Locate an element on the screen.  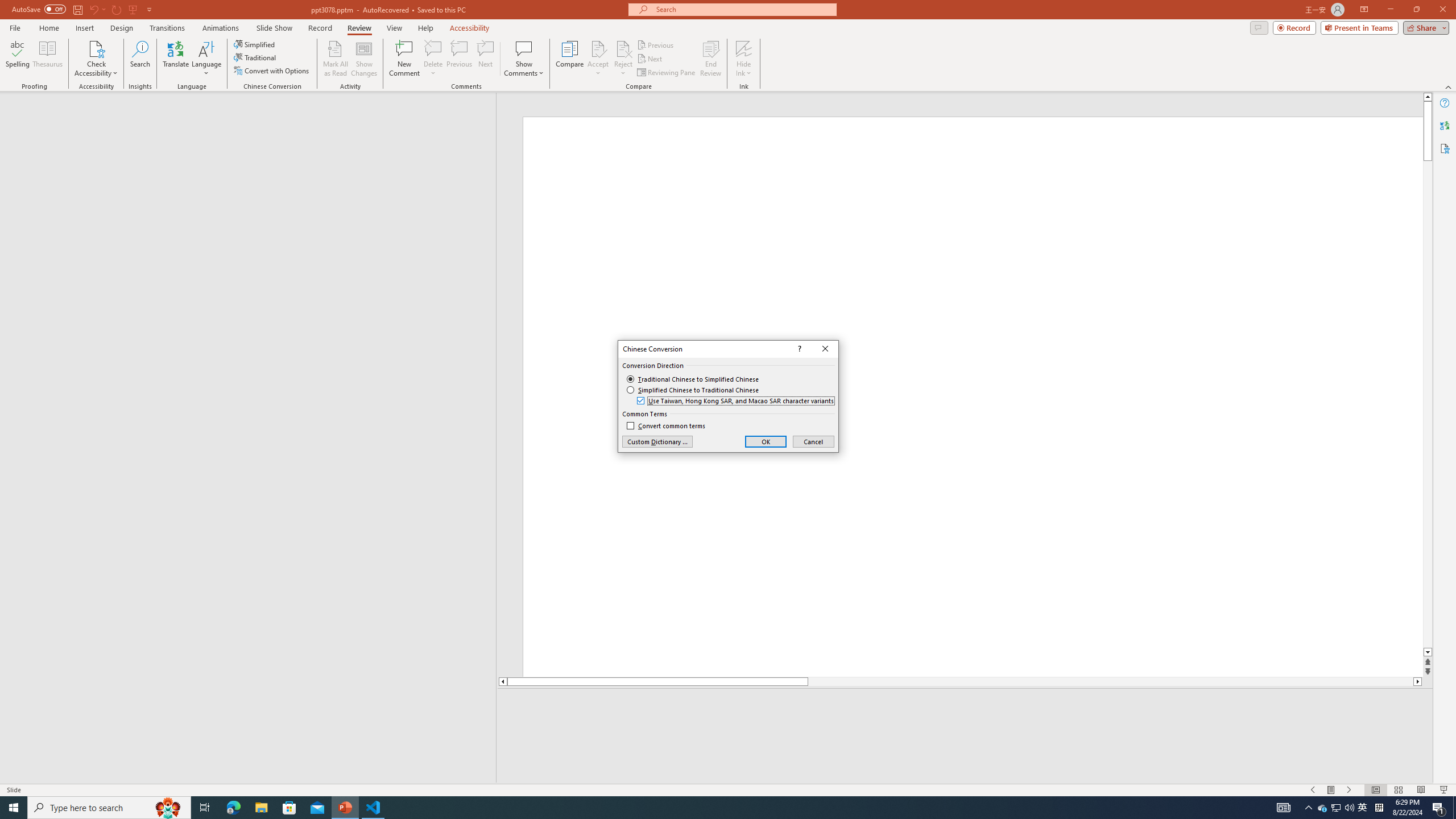
'Simplified' is located at coordinates (255, 44).